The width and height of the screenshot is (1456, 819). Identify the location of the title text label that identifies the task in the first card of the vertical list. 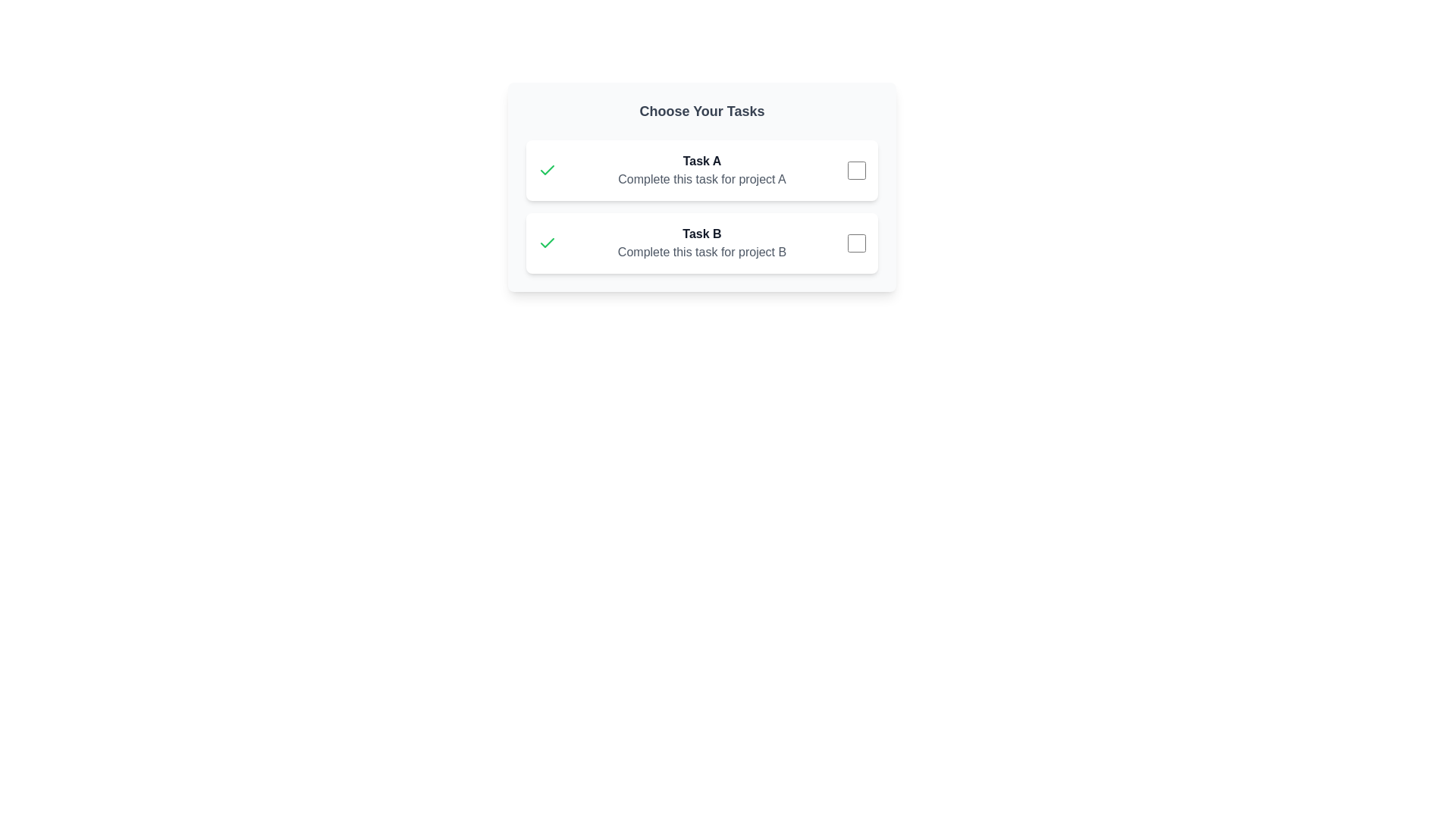
(701, 161).